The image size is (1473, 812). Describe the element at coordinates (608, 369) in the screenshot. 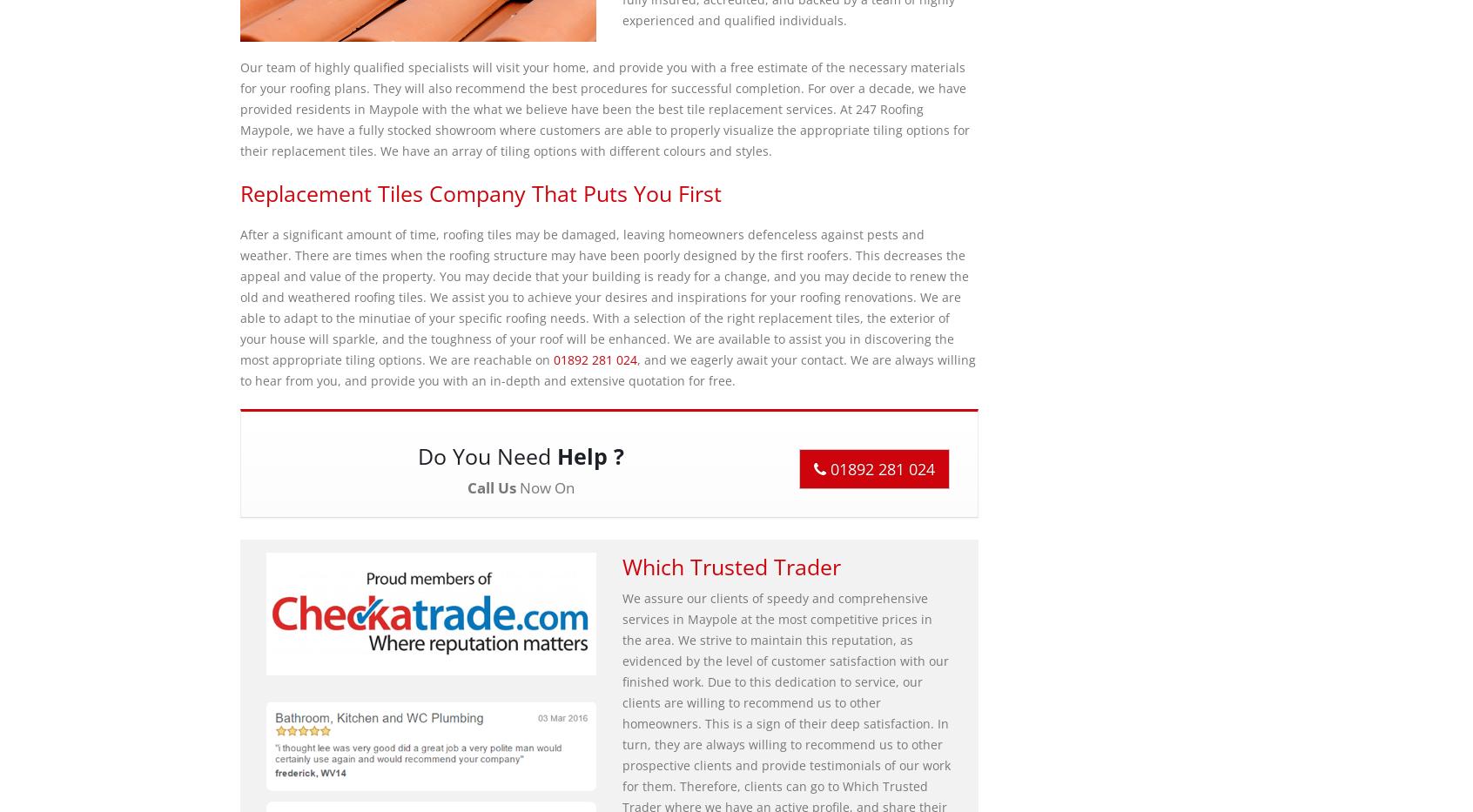

I see `', and we eagerly await your contact. We are always willing to hear from you, and provide you with an in-depth and extensive quotation for free.'` at that location.